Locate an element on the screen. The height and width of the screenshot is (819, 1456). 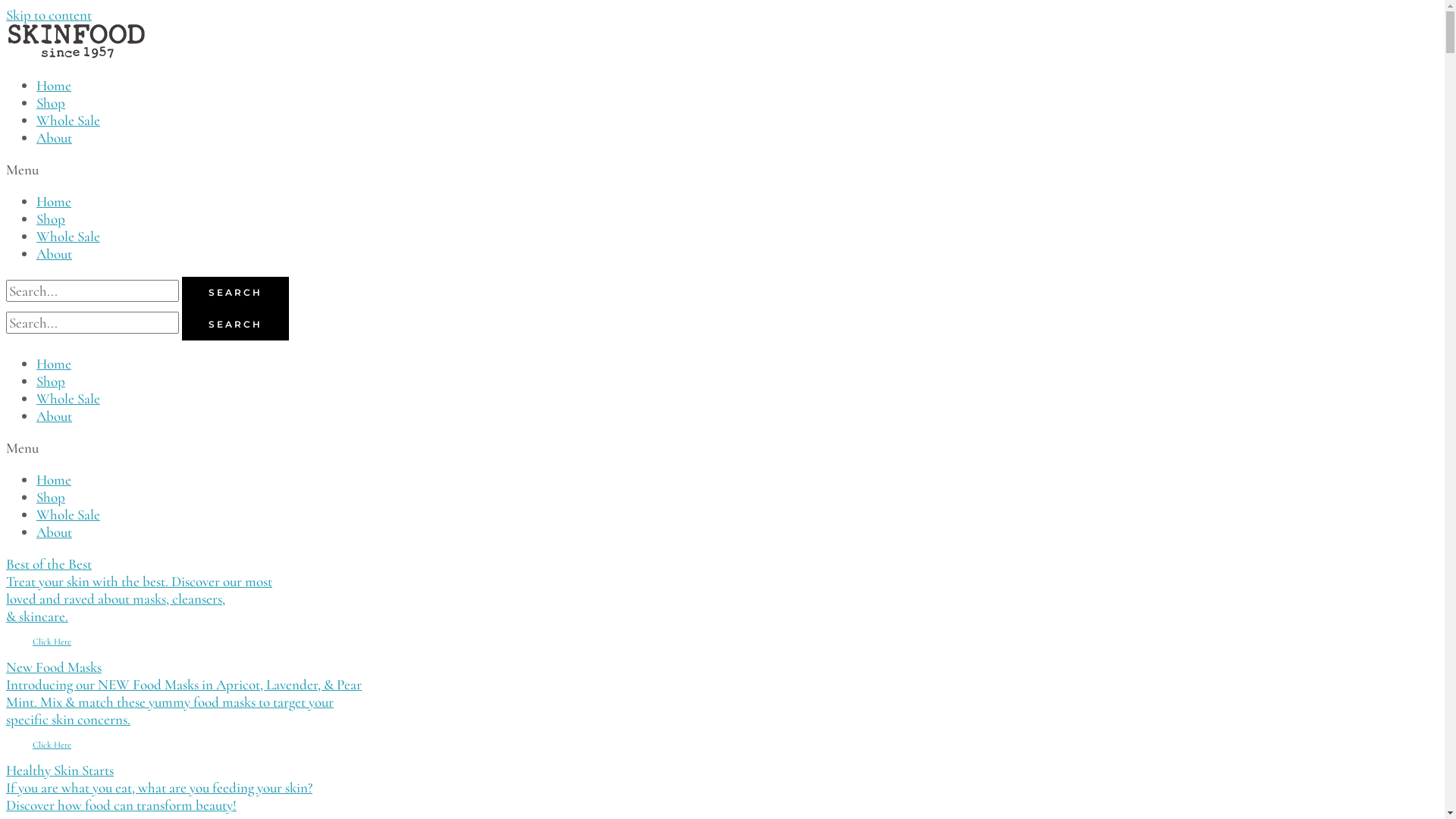
'Whole Sale' is located at coordinates (67, 397).